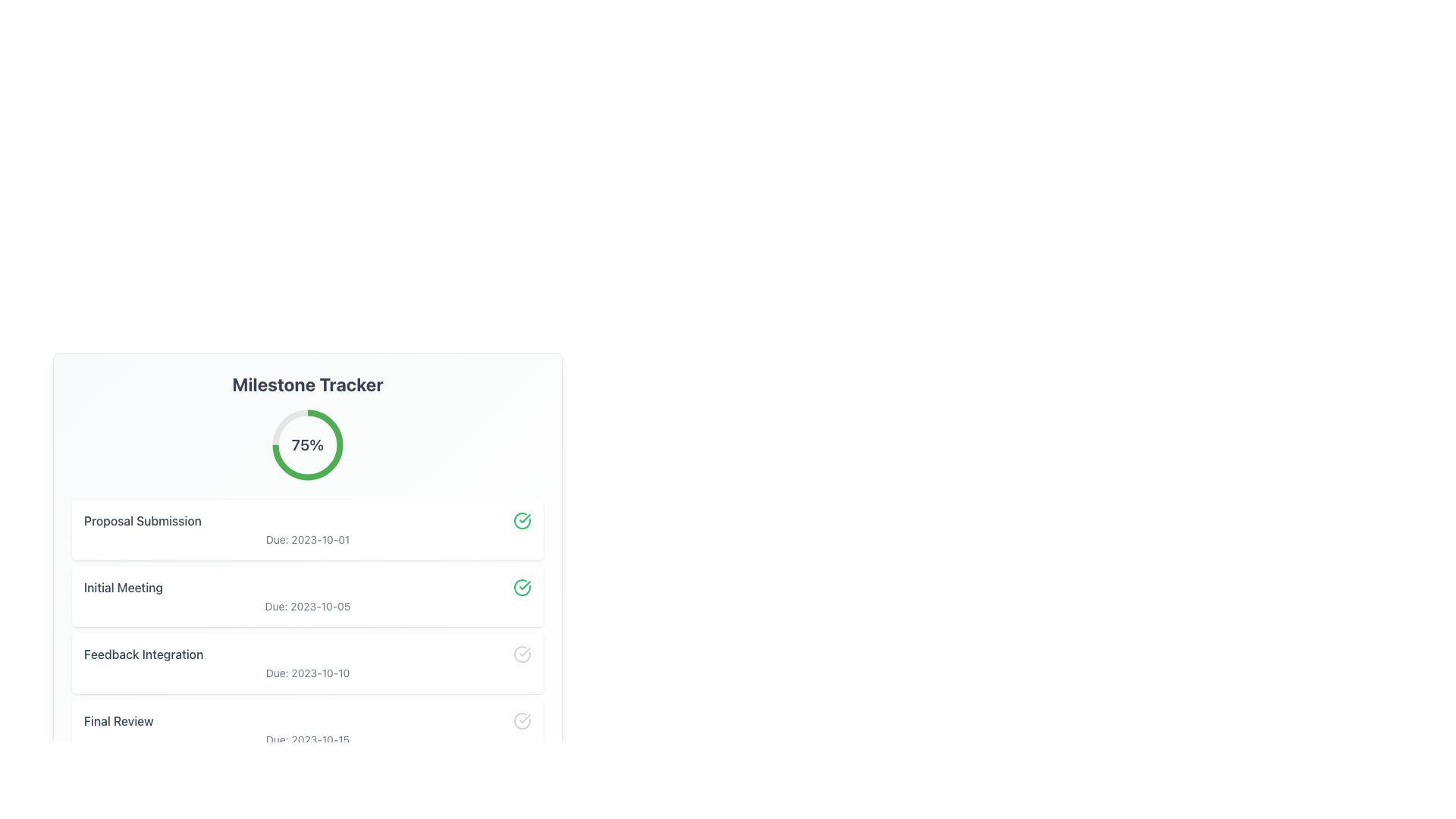 The image size is (1456, 819). Describe the element at coordinates (307, 444) in the screenshot. I see `the Circular Progress Indicator, which visually represents a completion percentage of 75% and is located above the first list item titled 'Proposal Submission' in the 'Milestone Tracker.'` at that location.